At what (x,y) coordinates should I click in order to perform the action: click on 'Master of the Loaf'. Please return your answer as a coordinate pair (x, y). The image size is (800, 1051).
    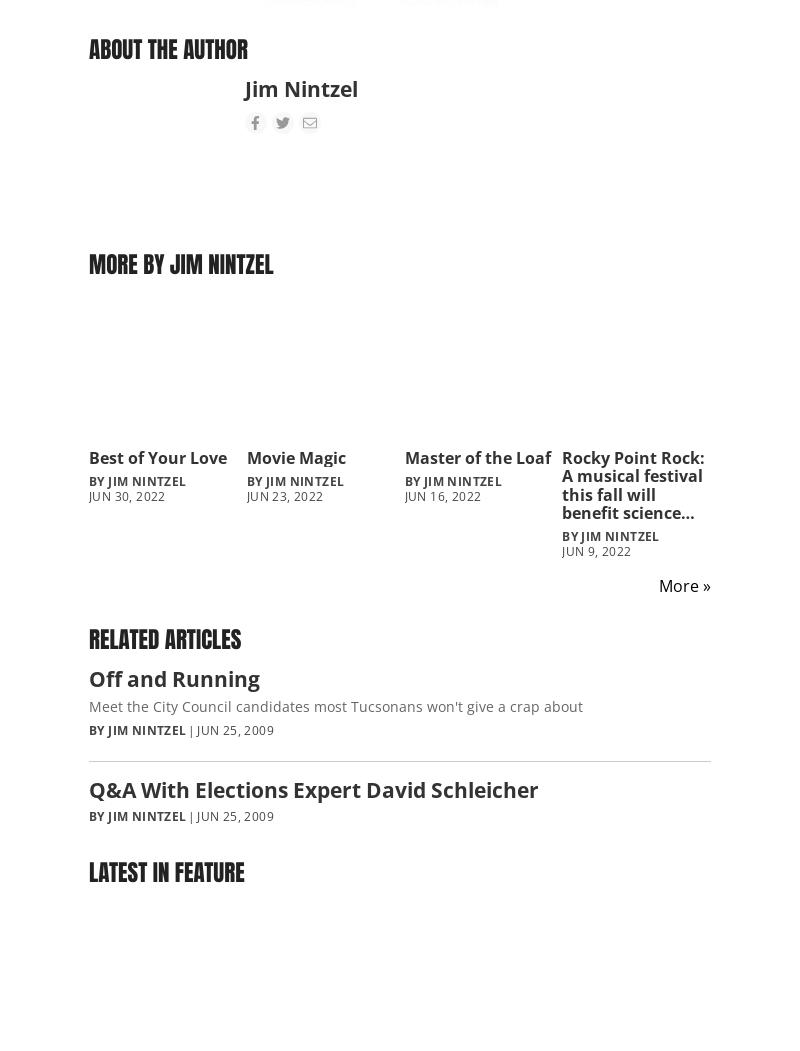
    Looking at the image, I should click on (404, 455).